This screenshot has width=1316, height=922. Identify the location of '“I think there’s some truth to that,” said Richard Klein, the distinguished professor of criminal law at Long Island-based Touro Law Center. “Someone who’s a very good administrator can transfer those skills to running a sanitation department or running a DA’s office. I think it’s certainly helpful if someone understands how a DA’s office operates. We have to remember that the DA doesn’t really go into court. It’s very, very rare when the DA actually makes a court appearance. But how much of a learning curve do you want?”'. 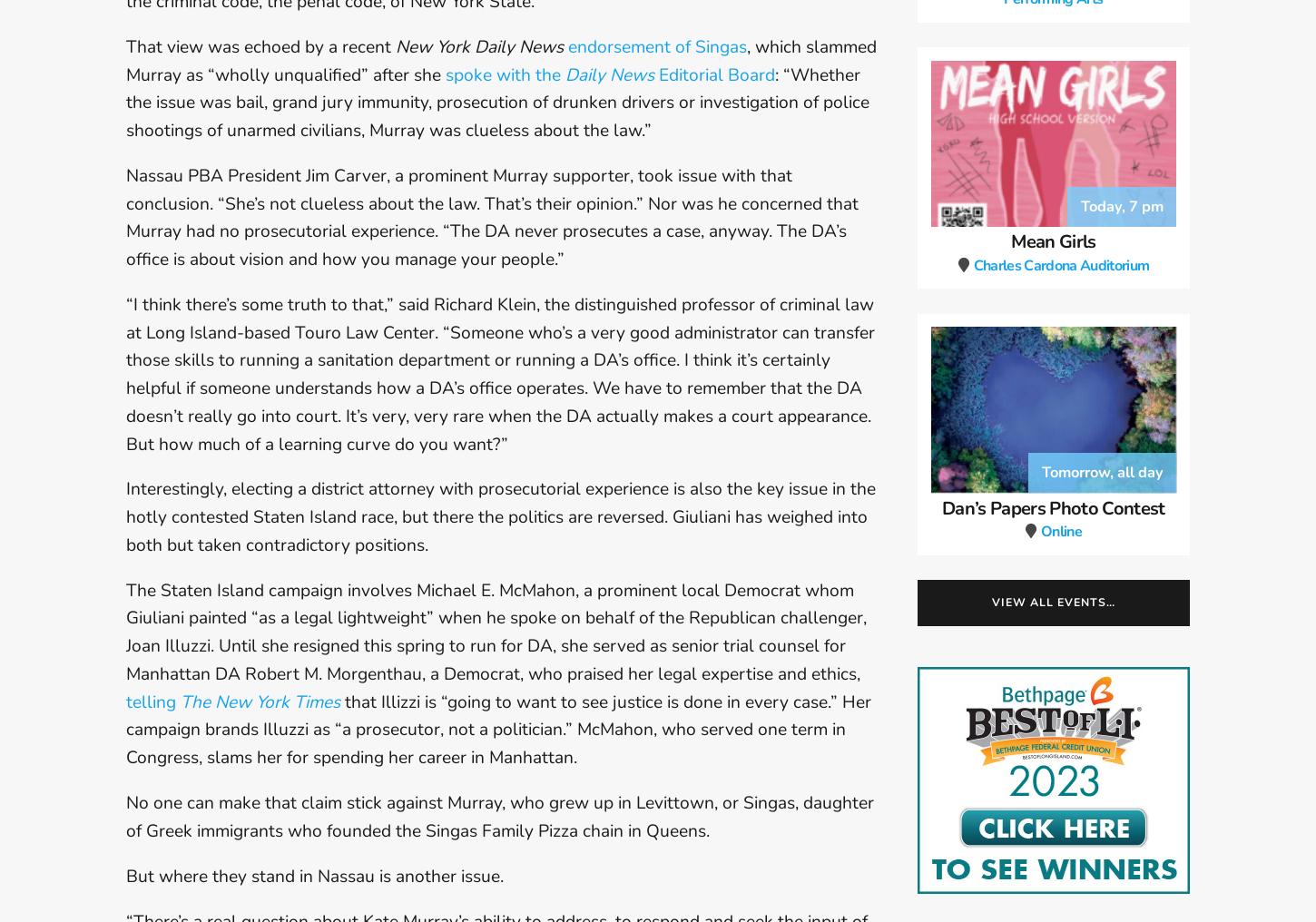
(500, 372).